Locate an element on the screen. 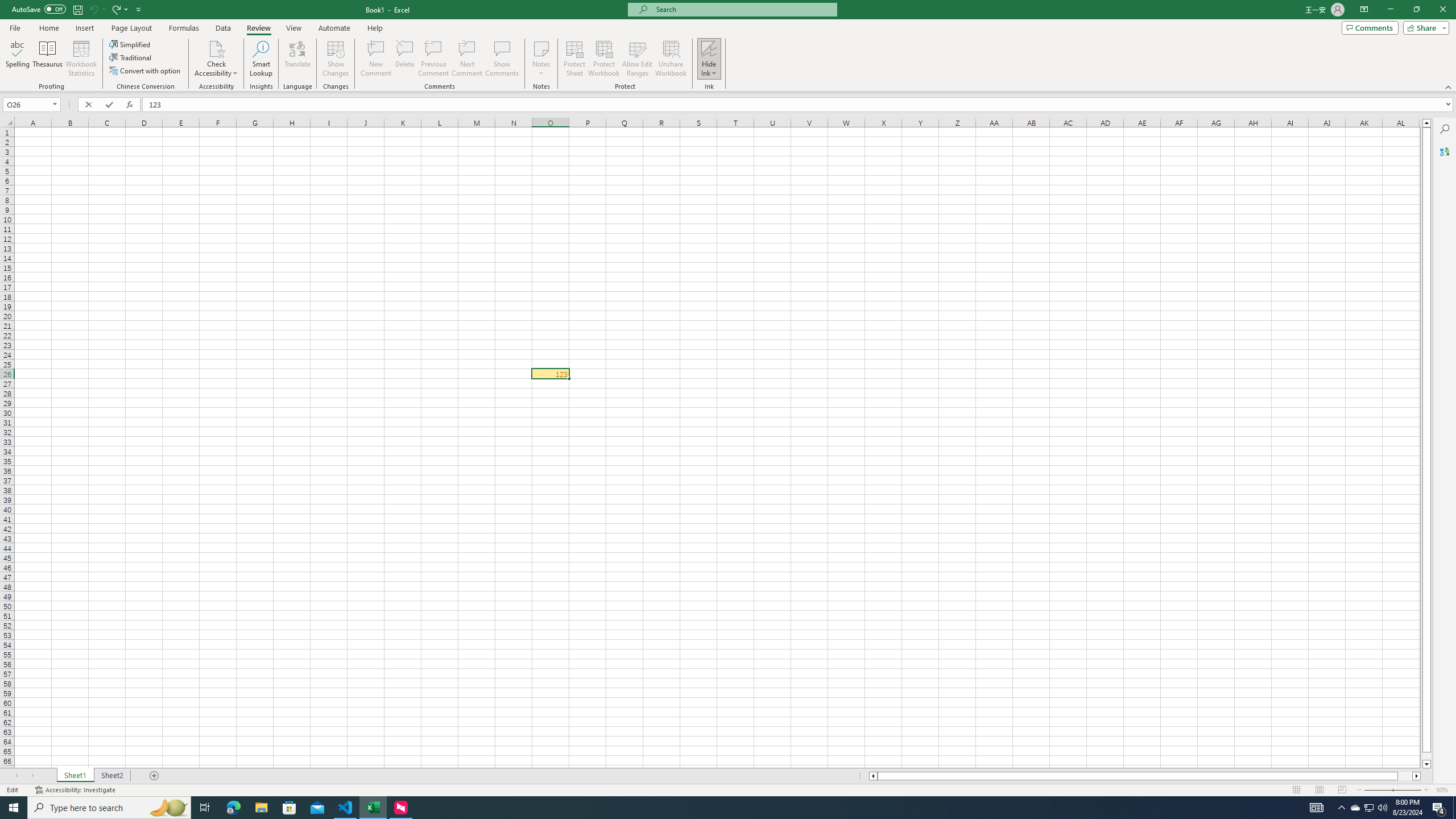 This screenshot has width=1456, height=819. 'Review' is located at coordinates (258, 28).